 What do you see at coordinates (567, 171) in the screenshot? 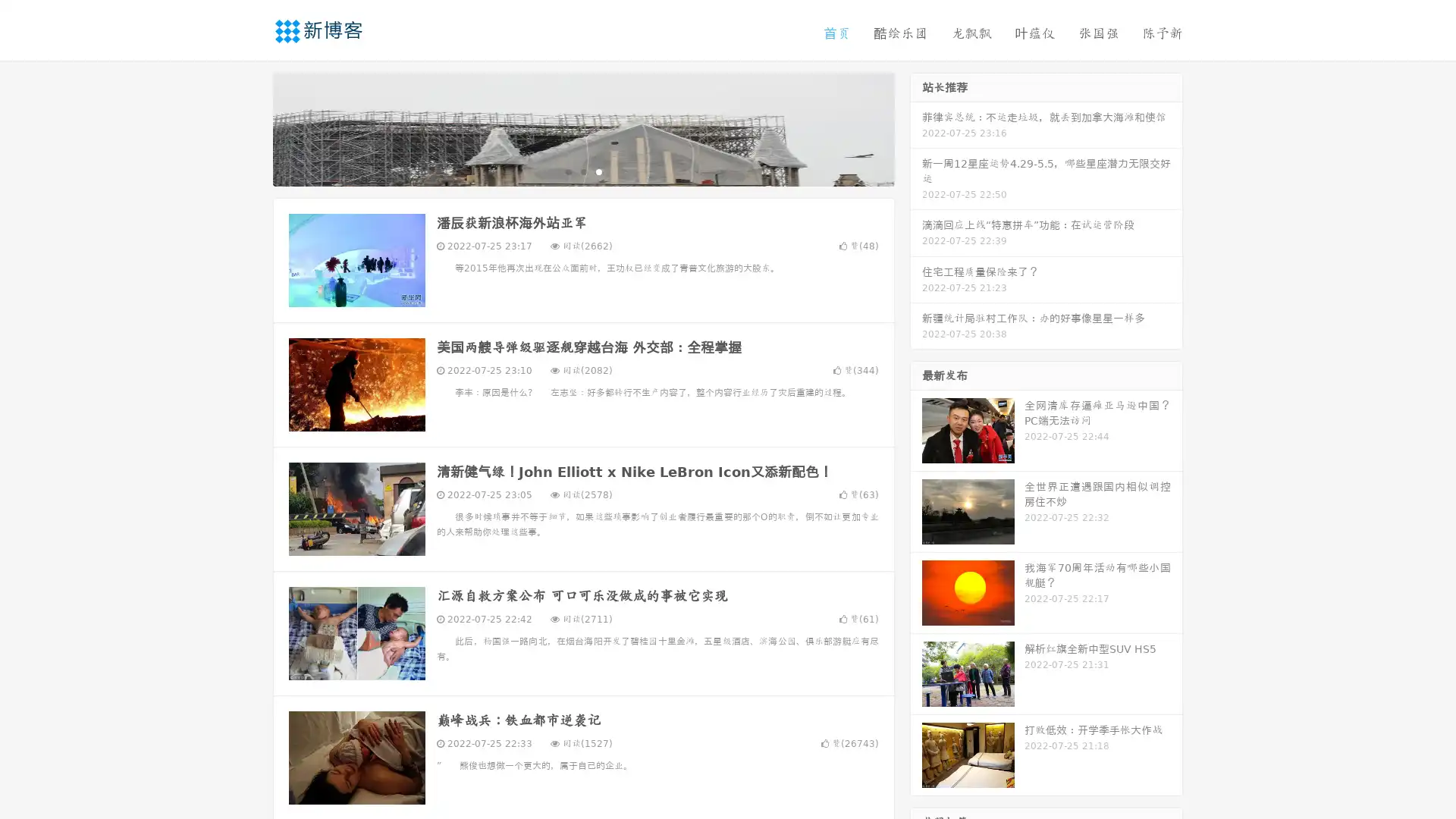
I see `Go to slide 1` at bounding box center [567, 171].